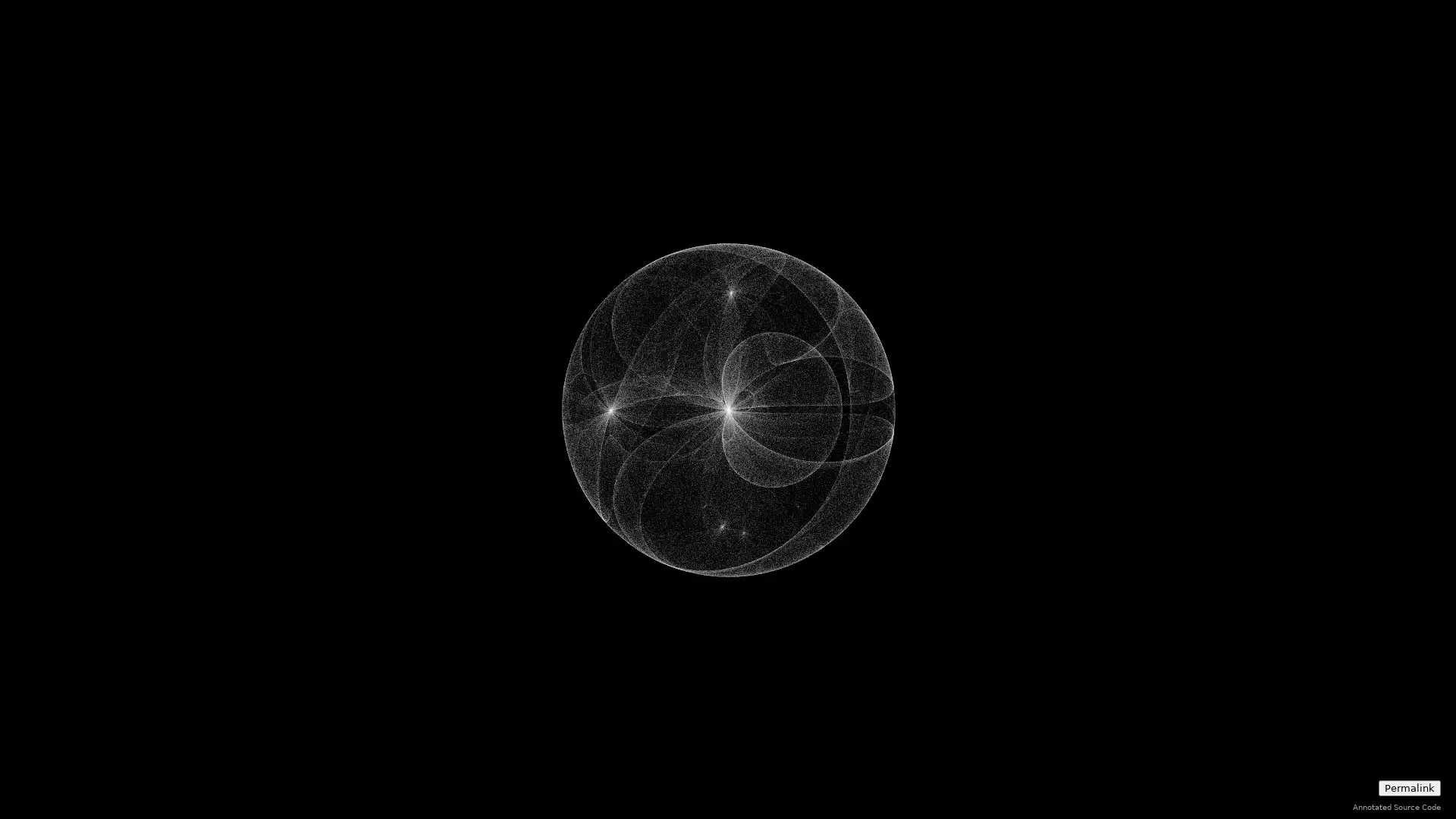 The width and height of the screenshot is (1456, 819). What do you see at coordinates (1408, 787) in the screenshot?
I see `Permalink` at bounding box center [1408, 787].